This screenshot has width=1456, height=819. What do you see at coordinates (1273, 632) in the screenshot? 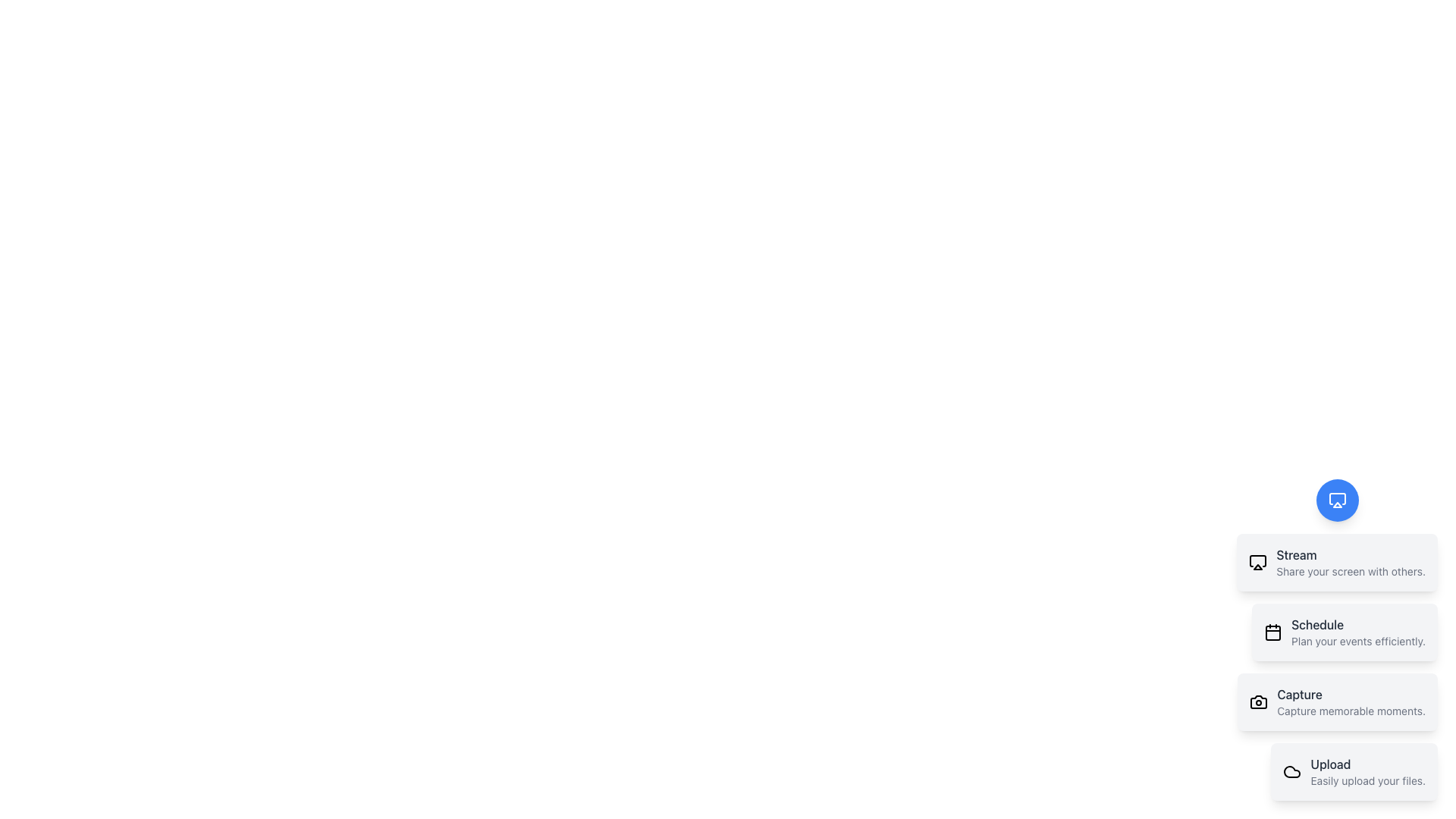
I see `the calendar icon located on the left side of the 'Schedule' section, which is characterized by its box shape with rounded edges and a black and white calendar layout inside` at bounding box center [1273, 632].